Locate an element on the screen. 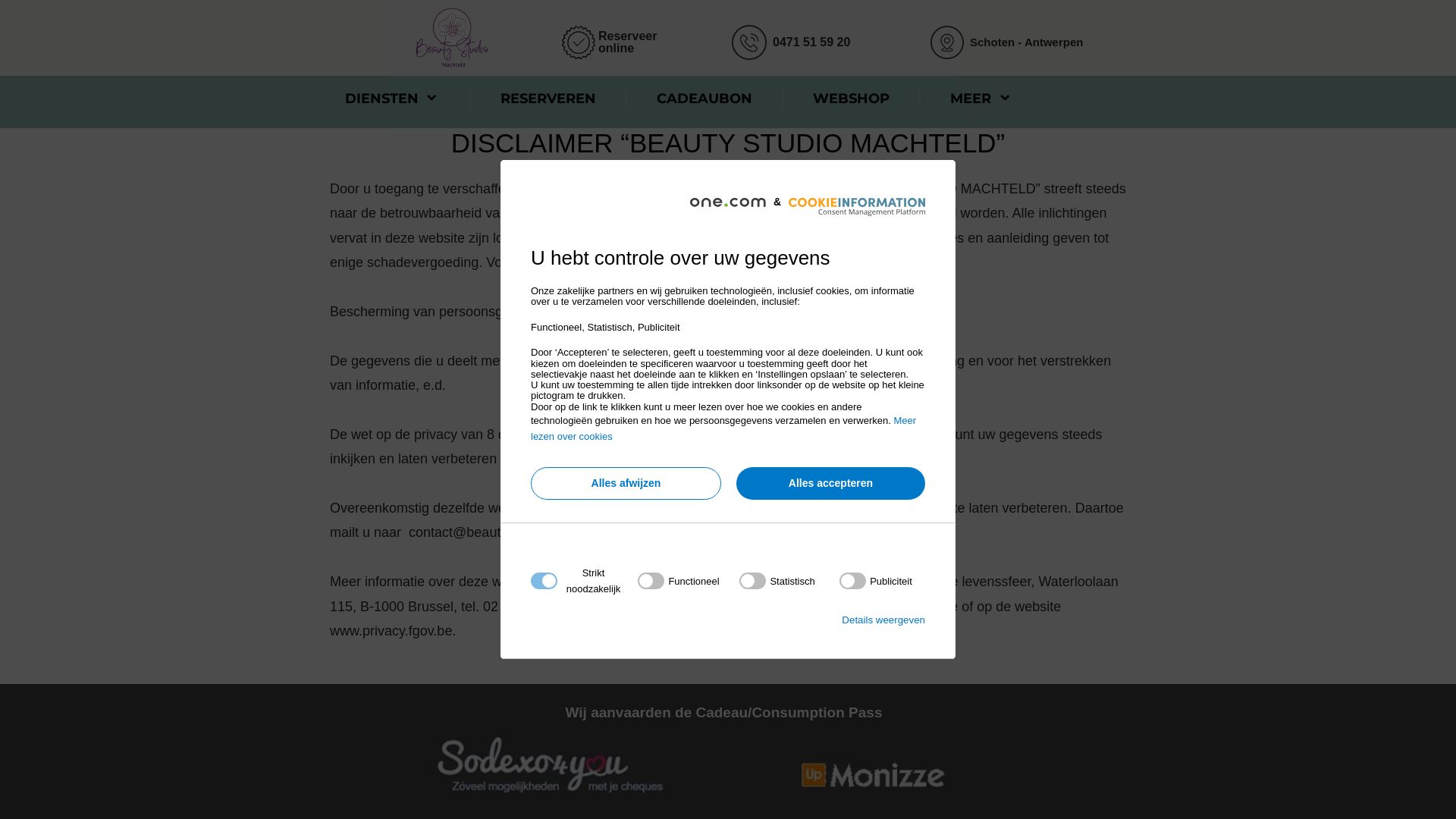  'MEER' is located at coordinates (981, 99).